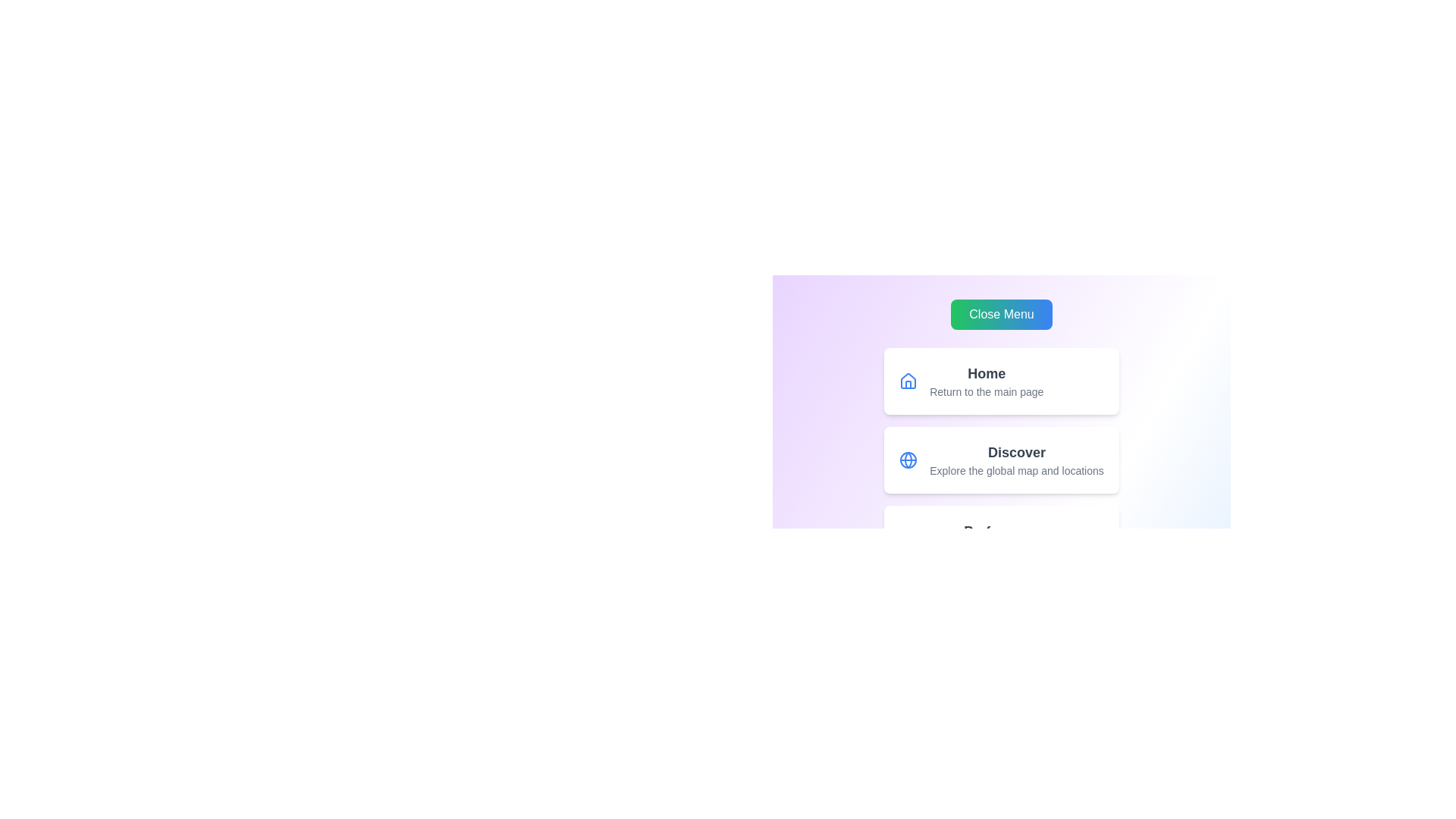  I want to click on the menu item Home, so click(1001, 380).